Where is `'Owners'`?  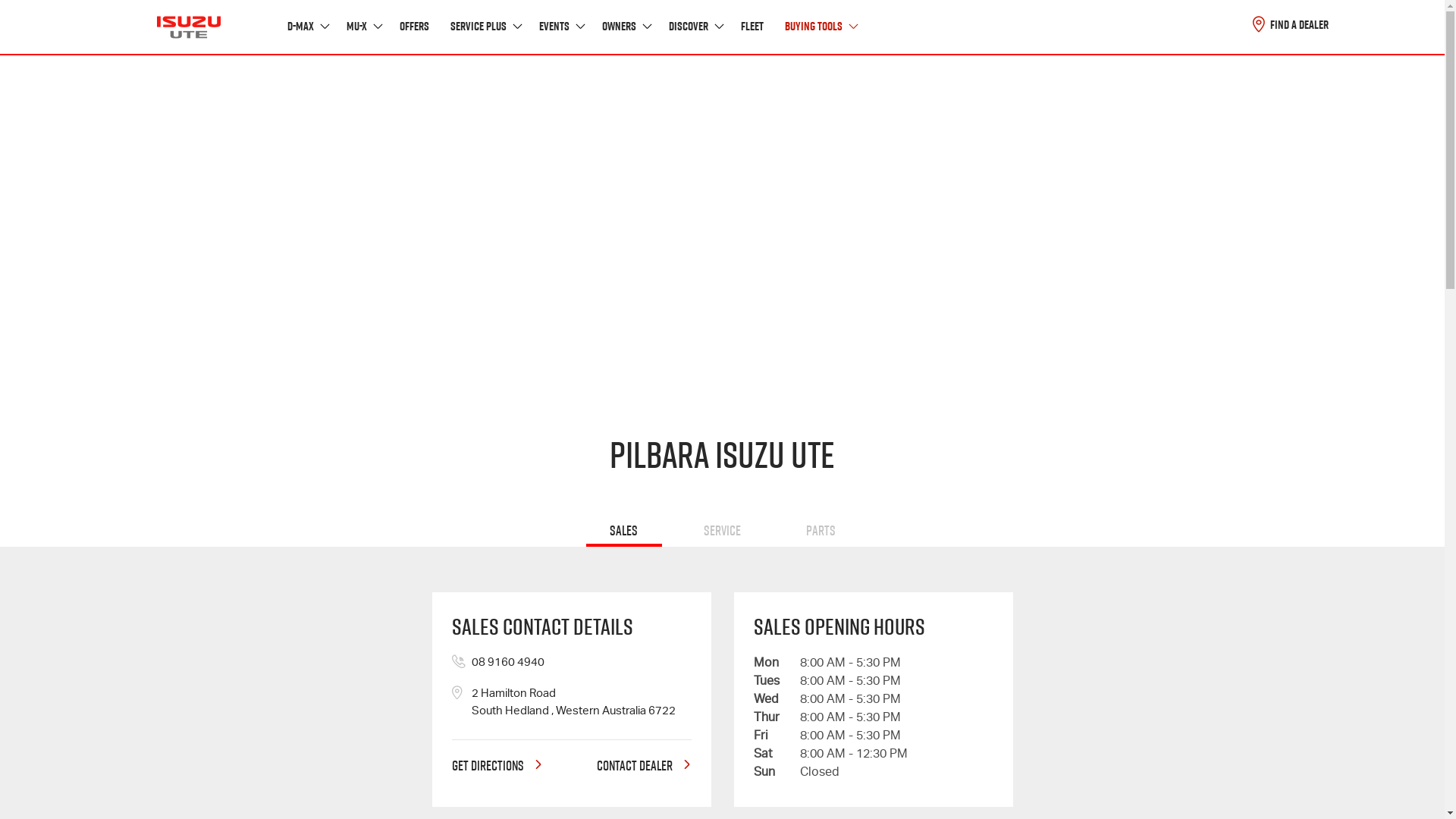 'Owners' is located at coordinates (626, 27).